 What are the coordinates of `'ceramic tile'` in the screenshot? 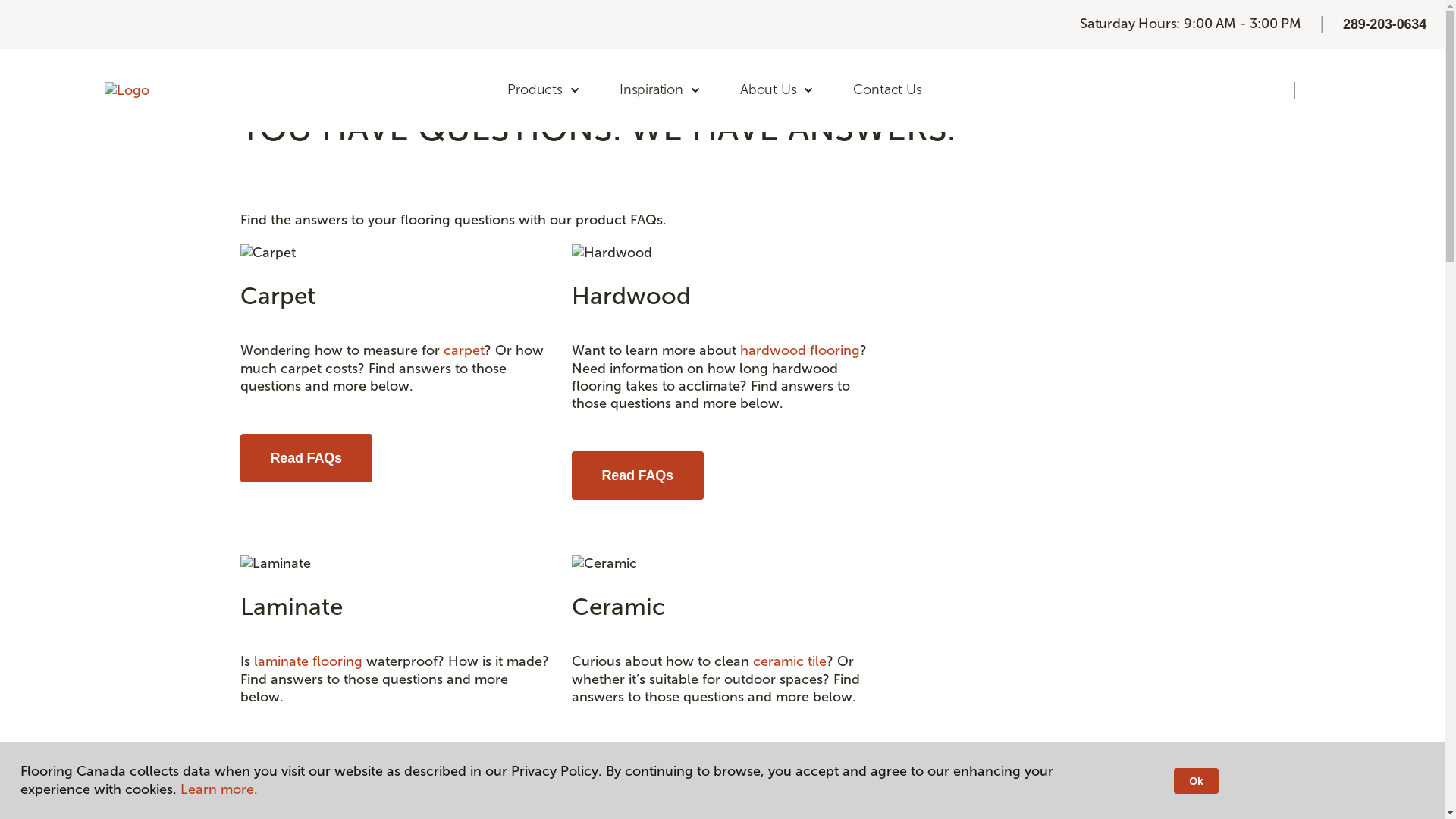 It's located at (789, 660).